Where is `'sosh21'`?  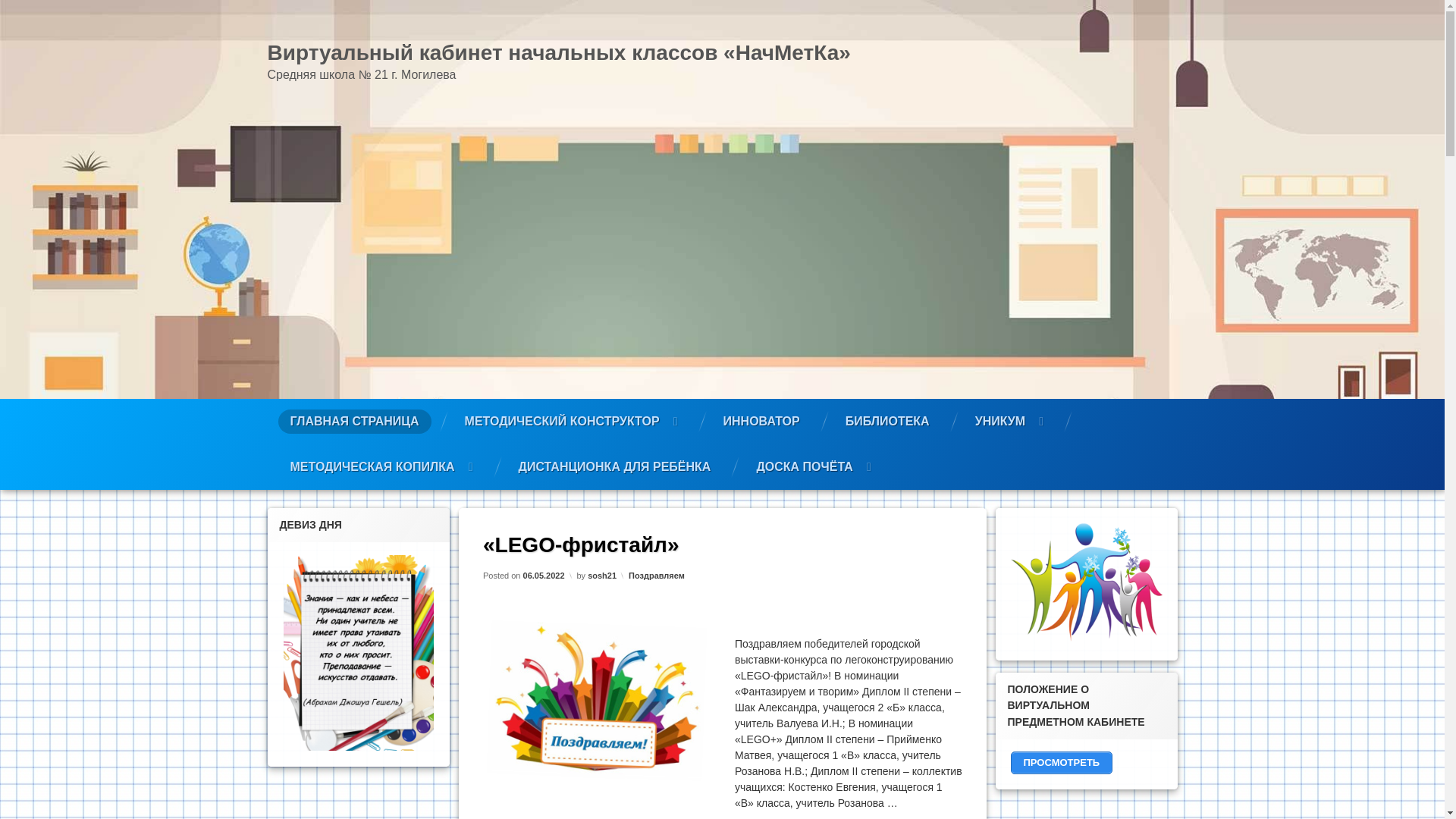 'sosh21' is located at coordinates (601, 575).